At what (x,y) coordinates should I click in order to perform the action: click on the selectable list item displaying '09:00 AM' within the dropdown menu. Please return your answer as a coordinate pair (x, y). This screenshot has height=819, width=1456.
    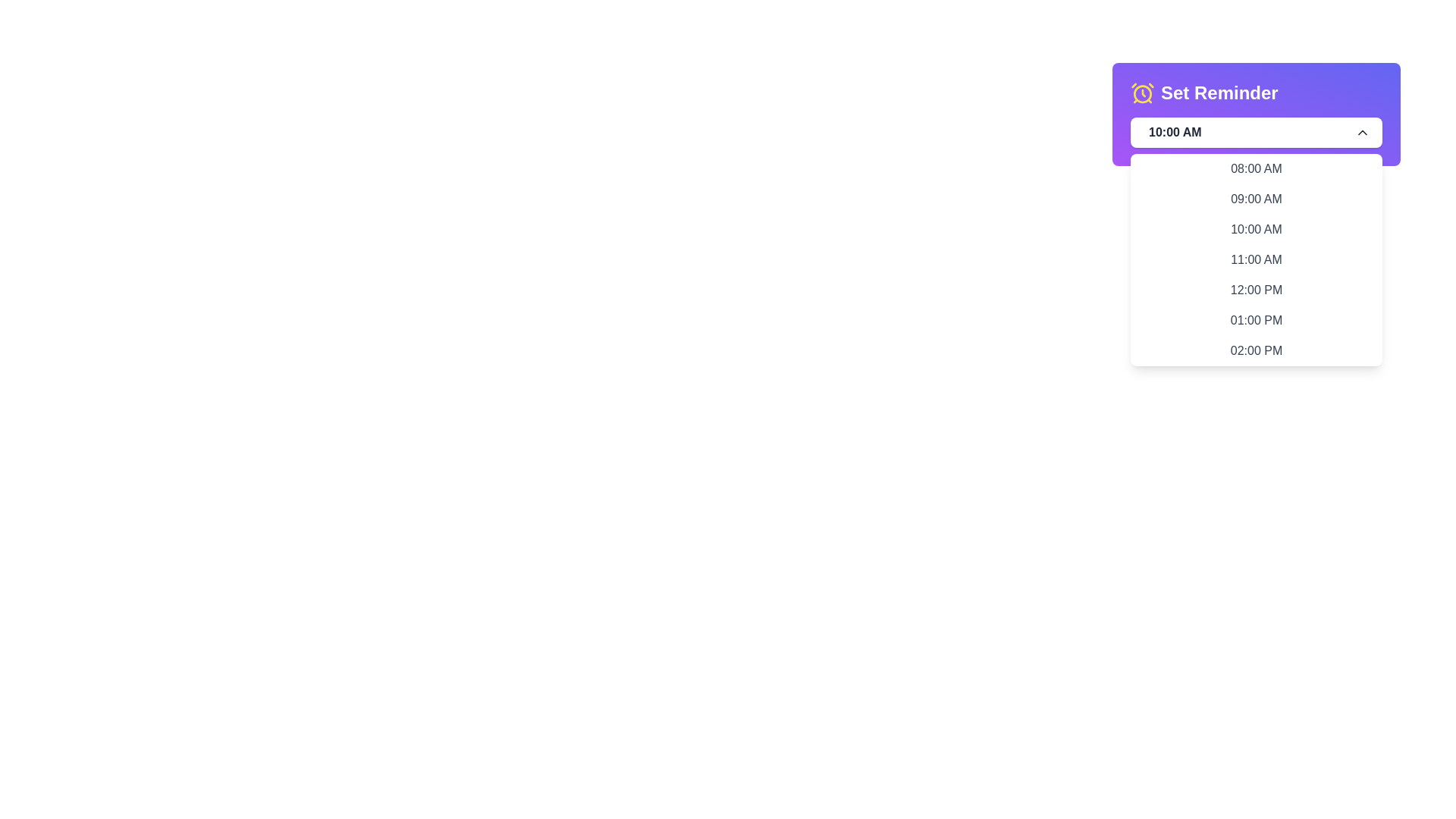
    Looking at the image, I should click on (1256, 198).